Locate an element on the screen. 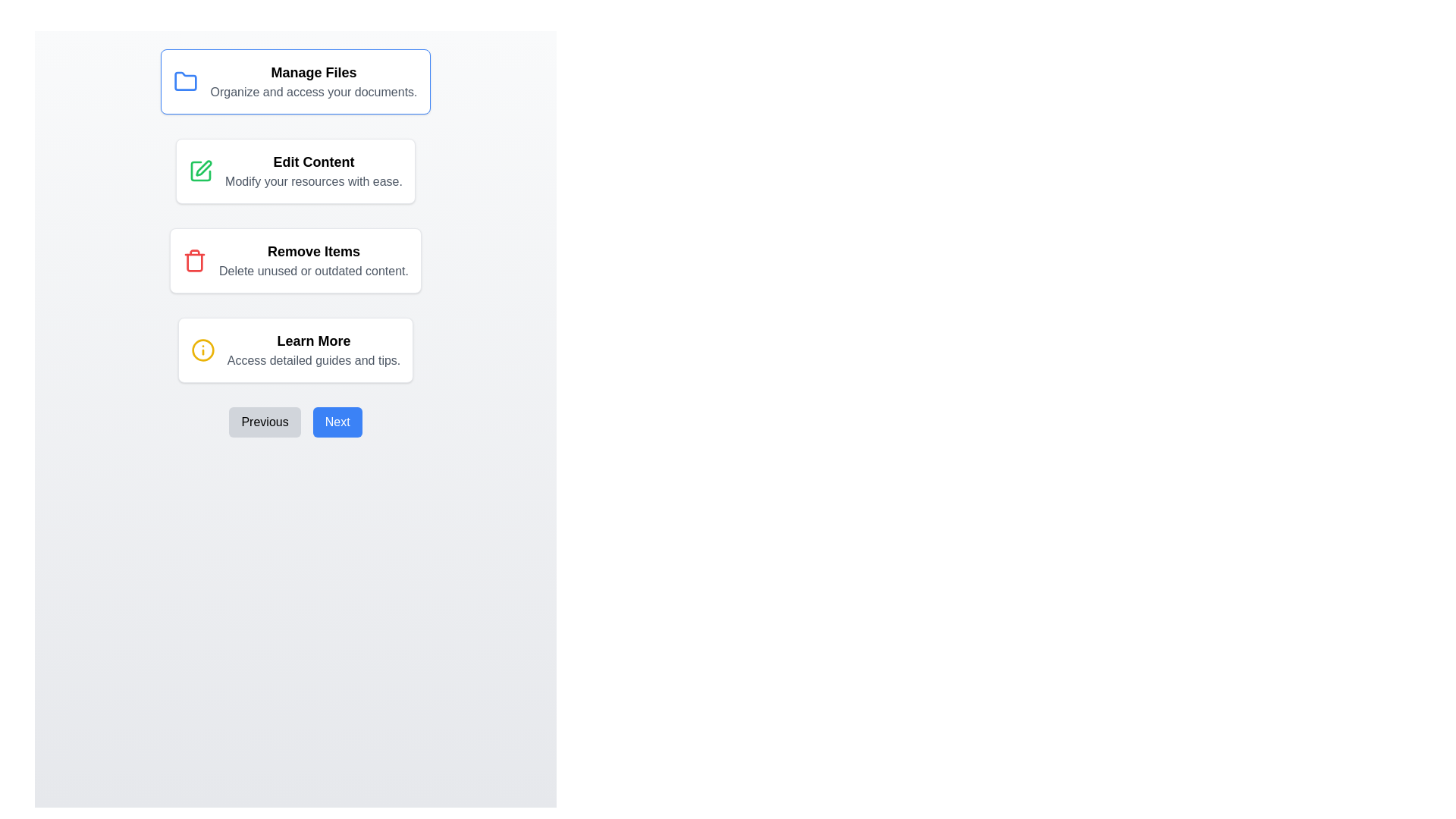  heading text label for removing items, which is positioned centrally in the interface and serves as a title for the section is located at coordinates (312, 250).